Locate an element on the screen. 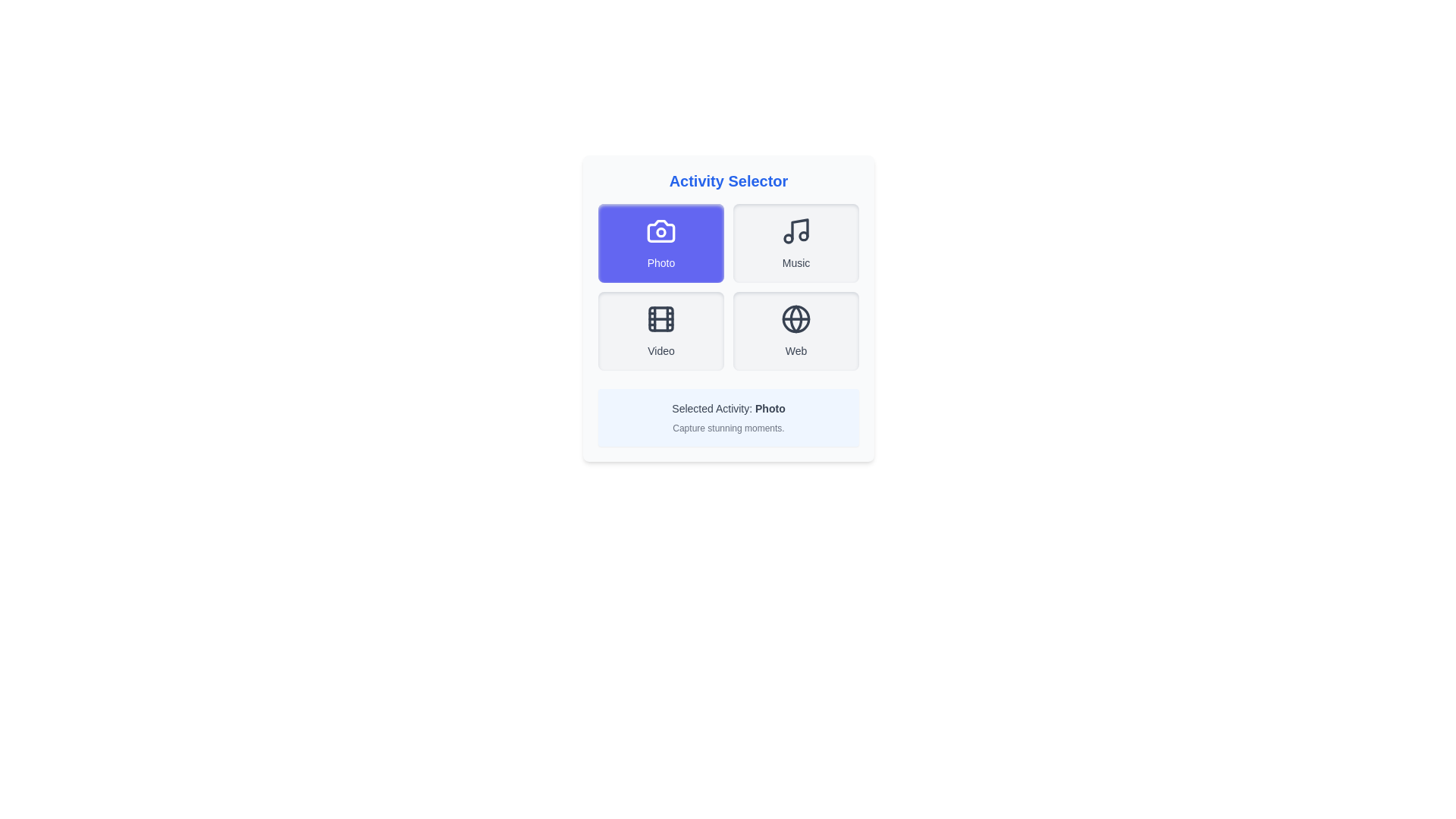 Image resolution: width=1456 pixels, height=819 pixels. the light gray rectangular graphic icon resembling a film, located in the center of the 'Video' button in the activity selector interface is located at coordinates (661, 318).